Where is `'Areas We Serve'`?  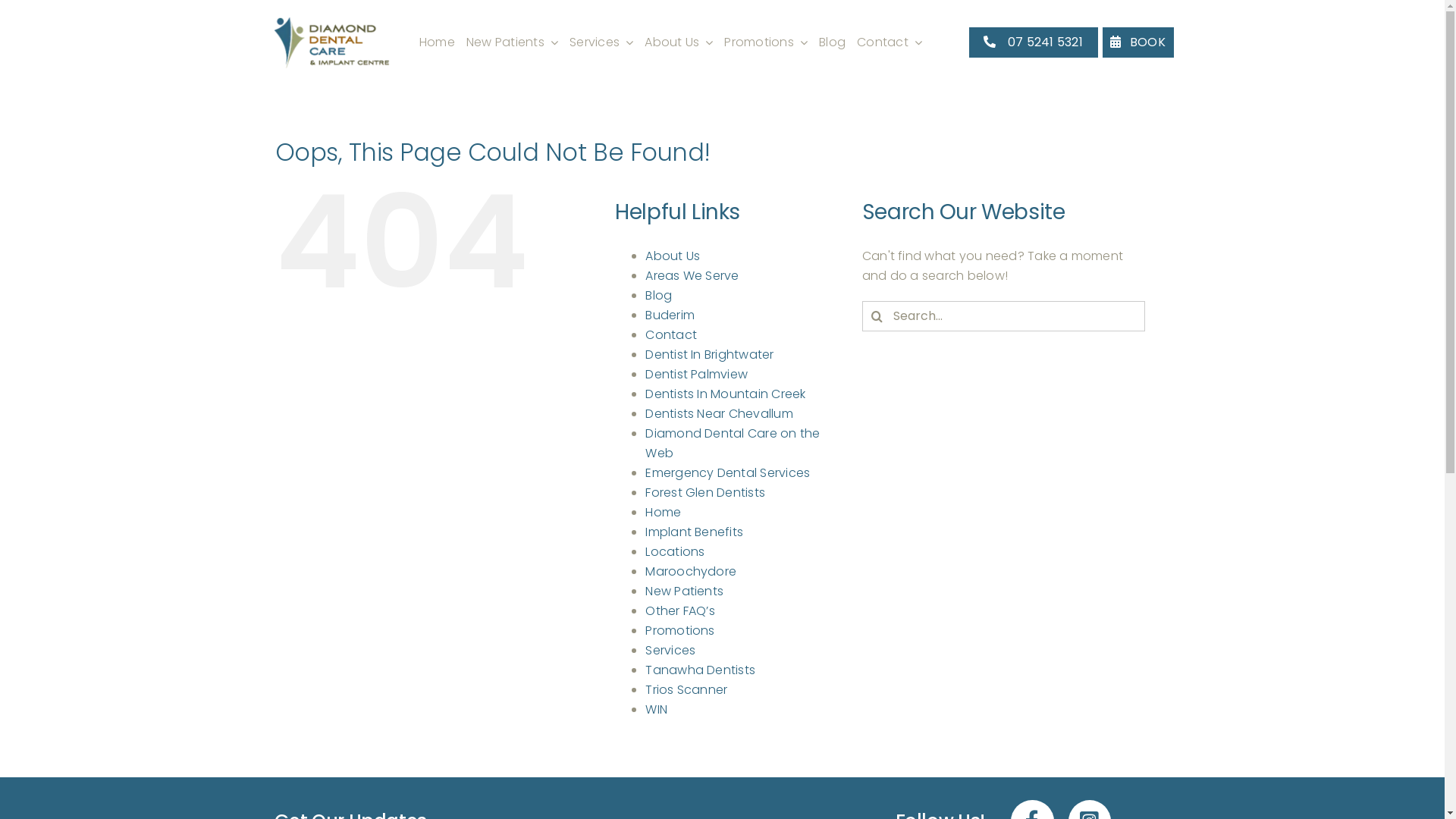
'Areas We Serve' is located at coordinates (645, 275).